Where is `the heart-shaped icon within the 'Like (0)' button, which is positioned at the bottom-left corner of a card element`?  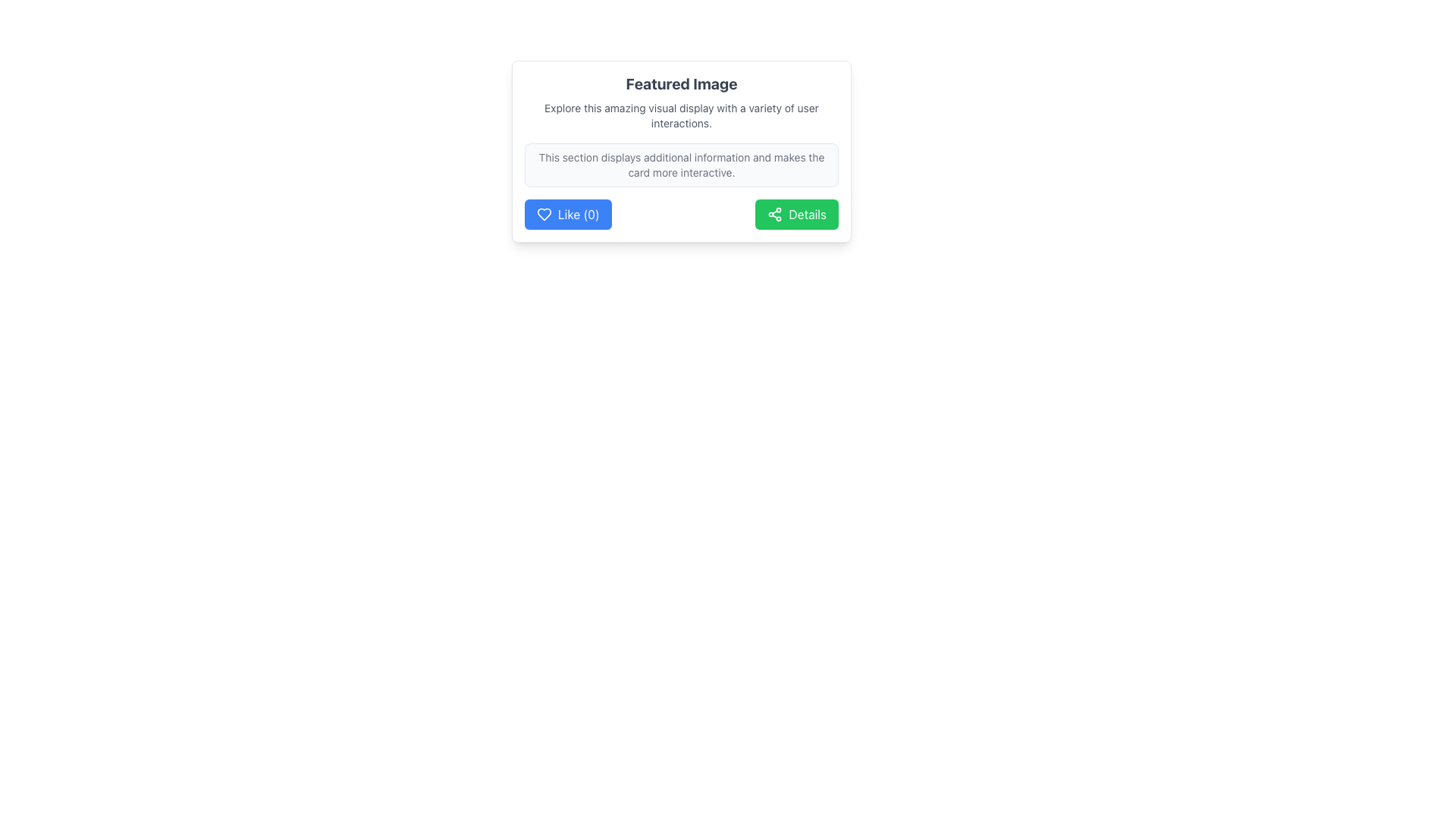
the heart-shaped icon within the 'Like (0)' button, which is positioned at the bottom-left corner of a card element is located at coordinates (544, 214).